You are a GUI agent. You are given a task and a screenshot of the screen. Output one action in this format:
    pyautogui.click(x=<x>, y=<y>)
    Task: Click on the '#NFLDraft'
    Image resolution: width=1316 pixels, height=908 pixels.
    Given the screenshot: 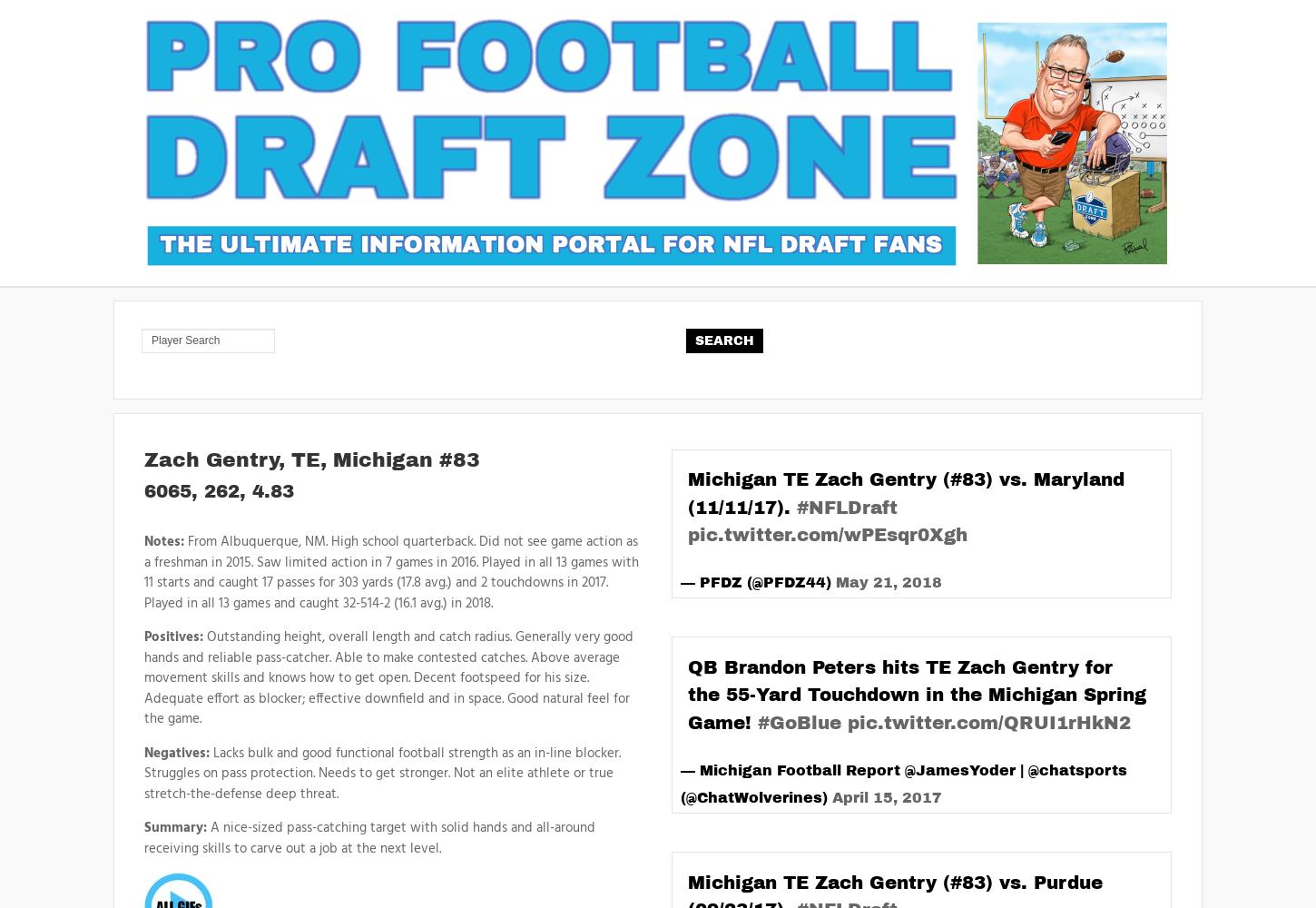 What is the action you would take?
    pyautogui.click(x=846, y=507)
    